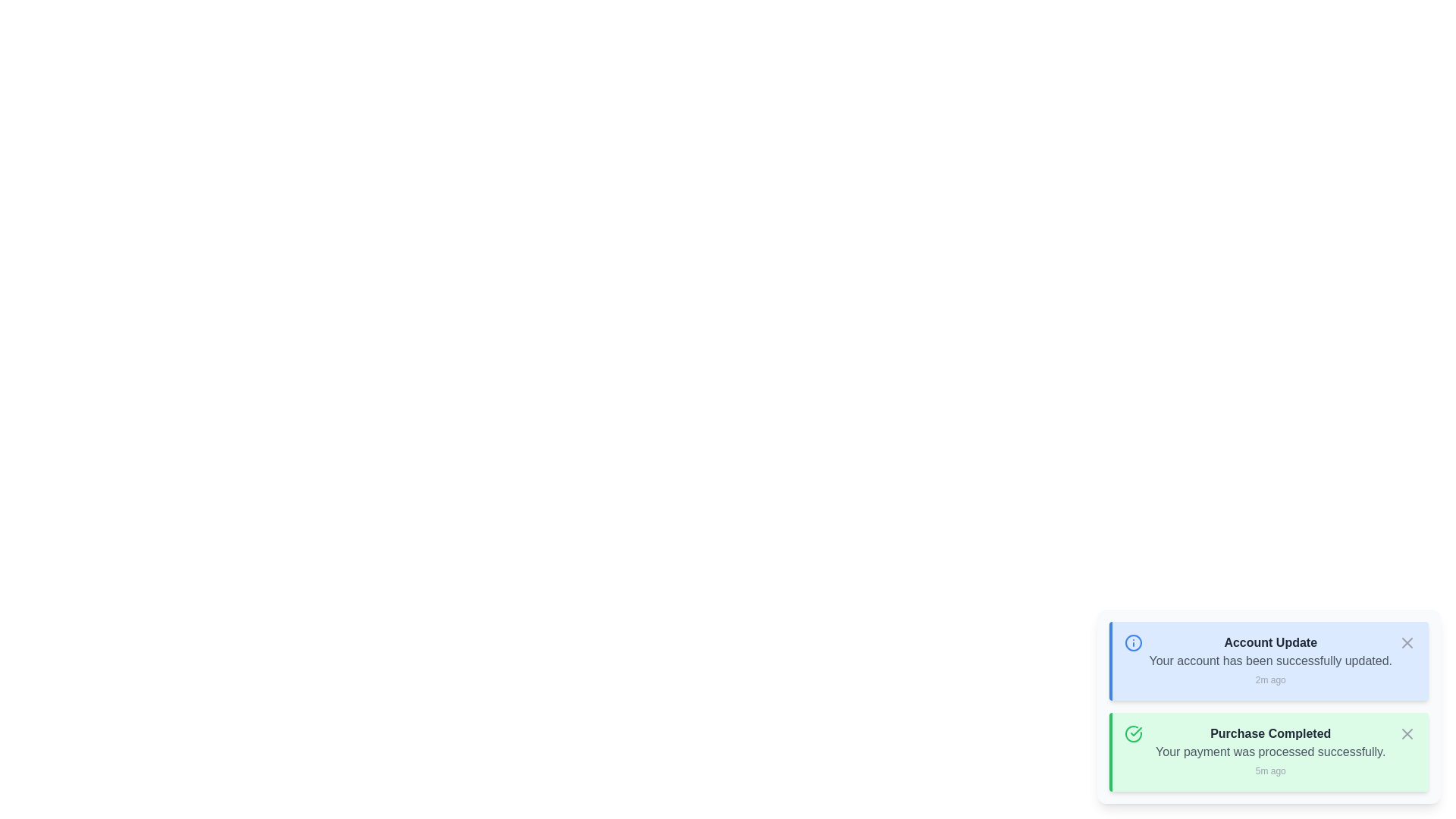 This screenshot has height=819, width=1456. I want to click on the dismiss button of the first notification to remove it, so click(1407, 643).